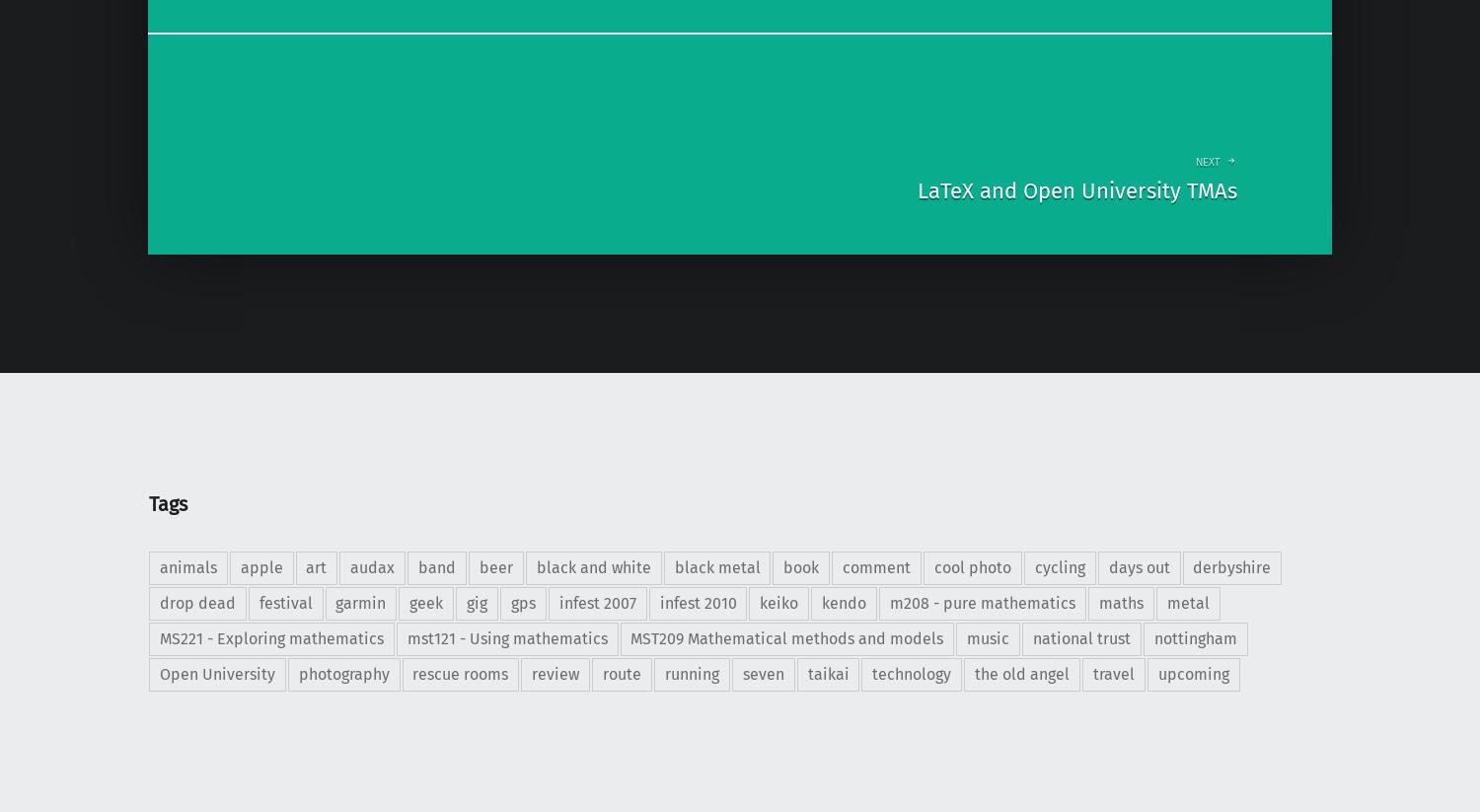 The height and width of the screenshot is (812, 1480). I want to click on 'taikai', so click(826, 673).